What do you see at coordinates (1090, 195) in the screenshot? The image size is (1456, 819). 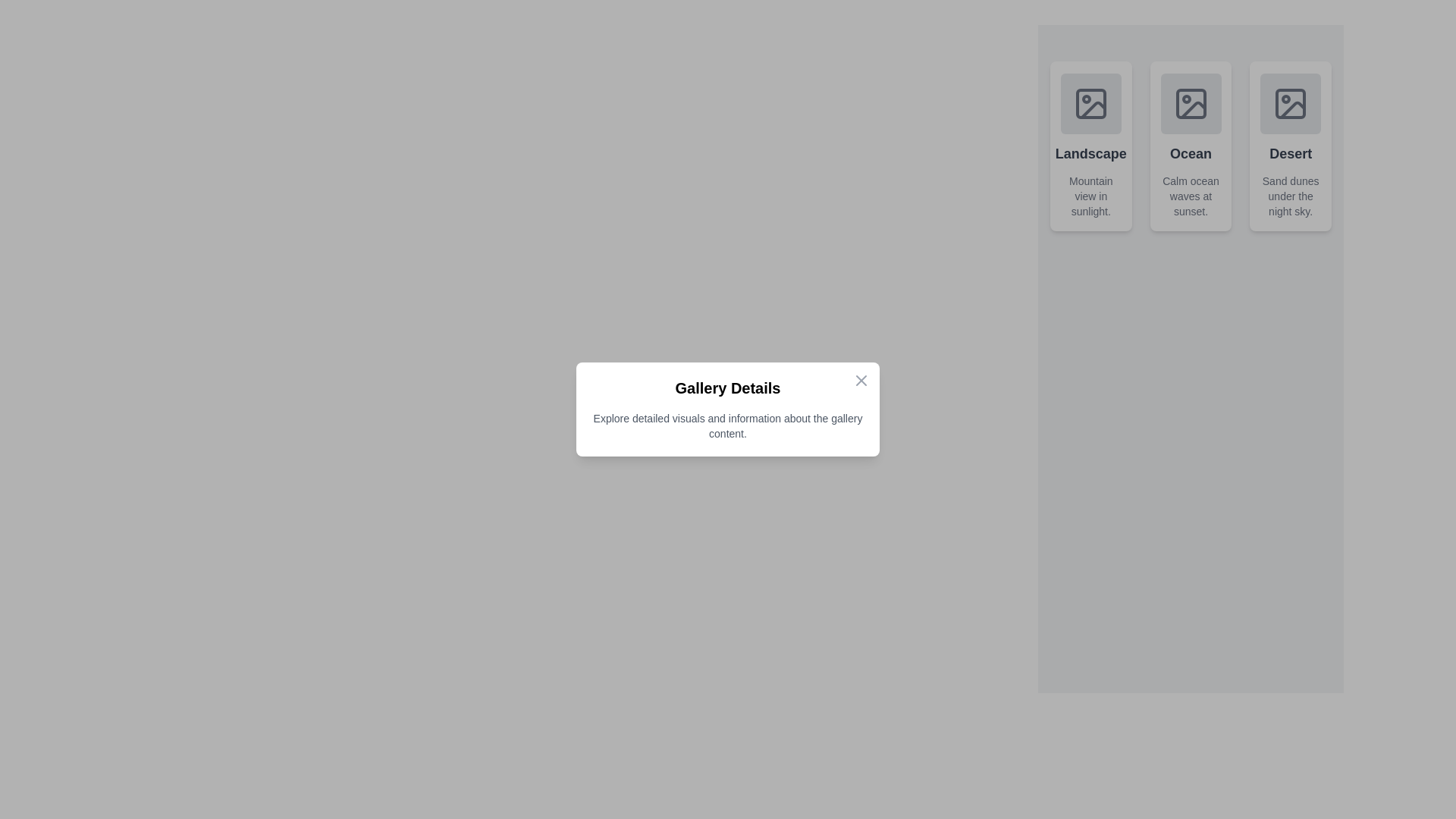 I see `text label displaying 'Mountain view in sunlight.' located below the title 'Landscape' in the first card of the section` at bounding box center [1090, 195].